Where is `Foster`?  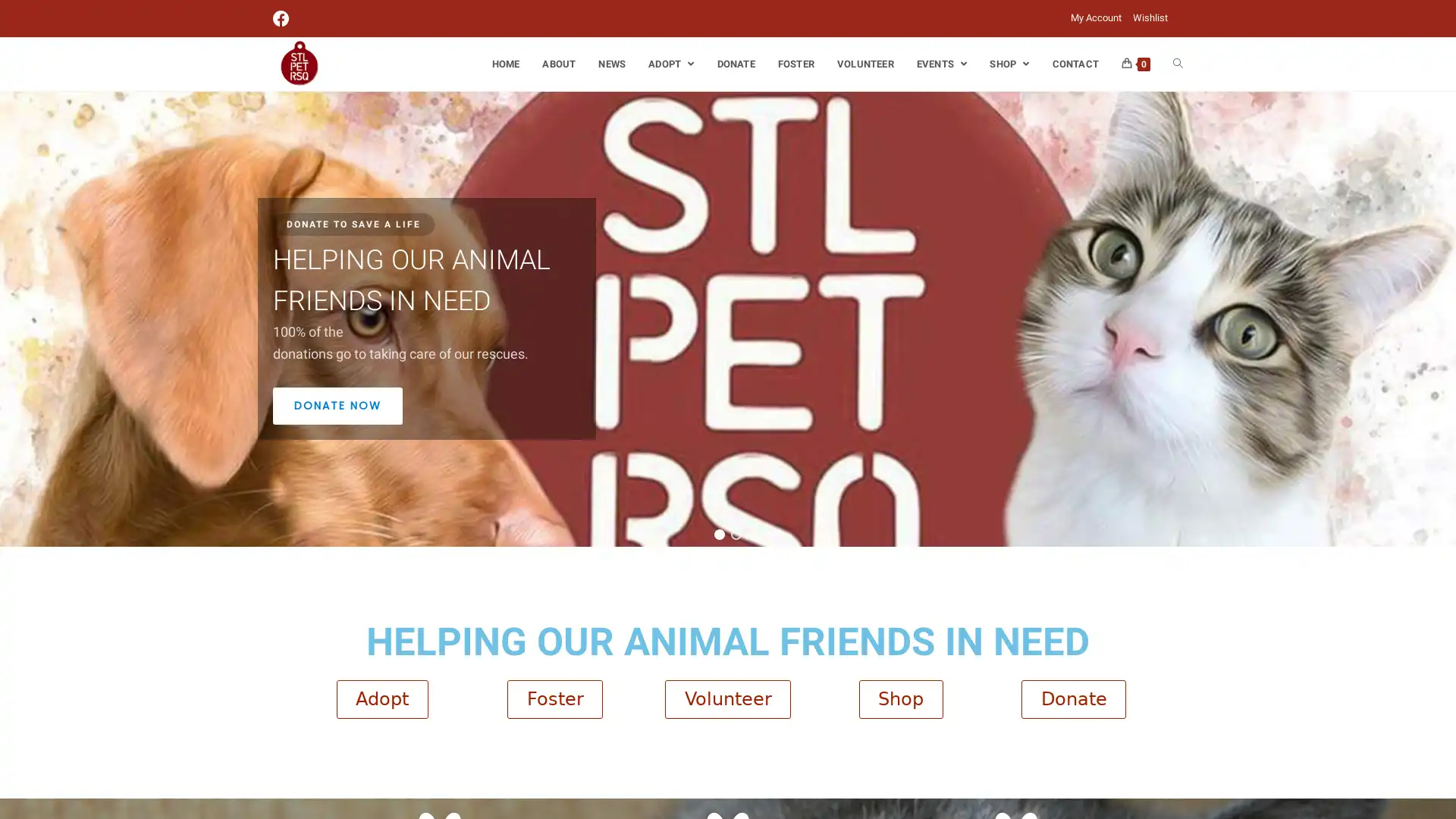 Foster is located at coordinates (554, 698).